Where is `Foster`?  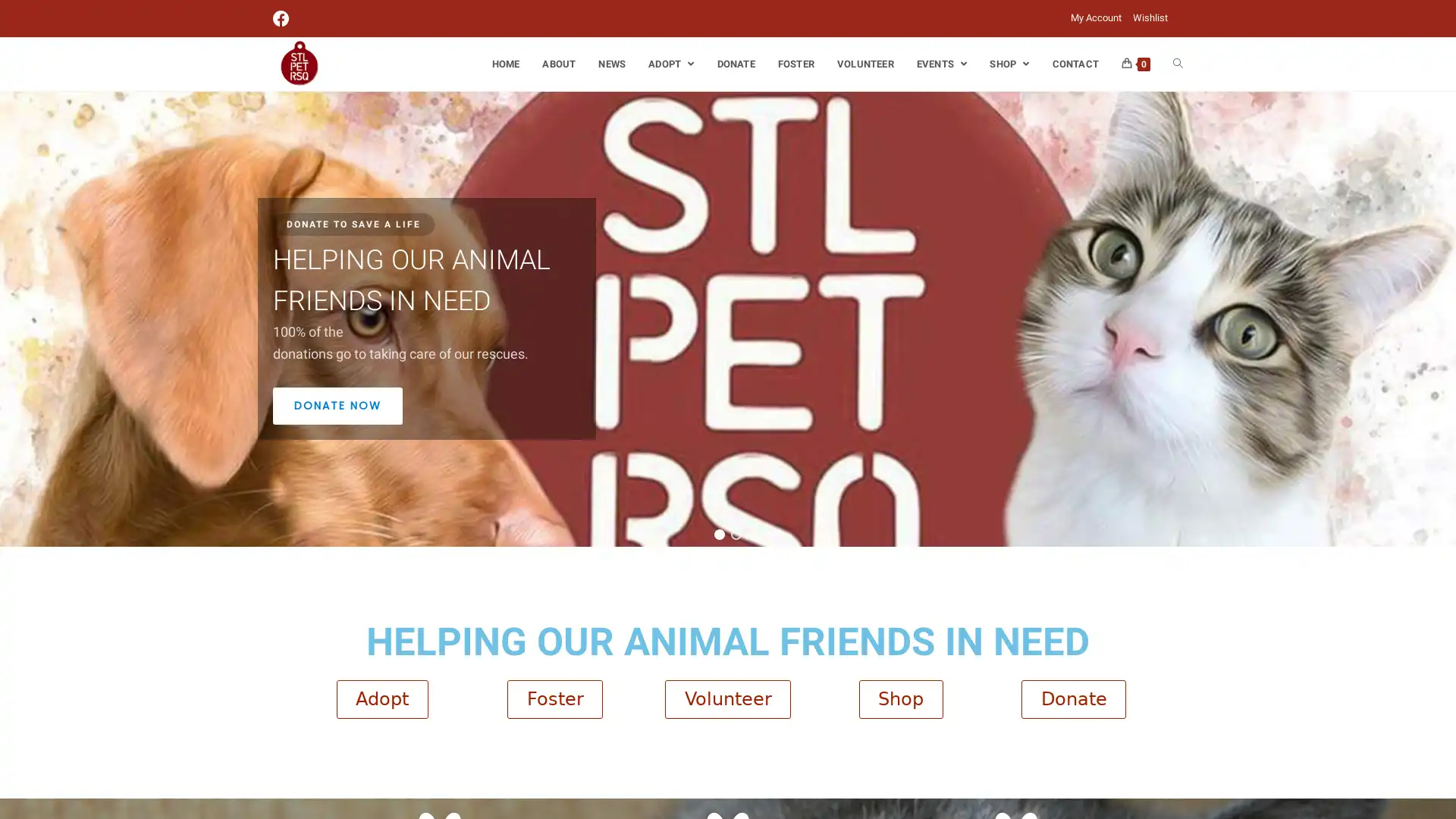 Foster is located at coordinates (554, 698).